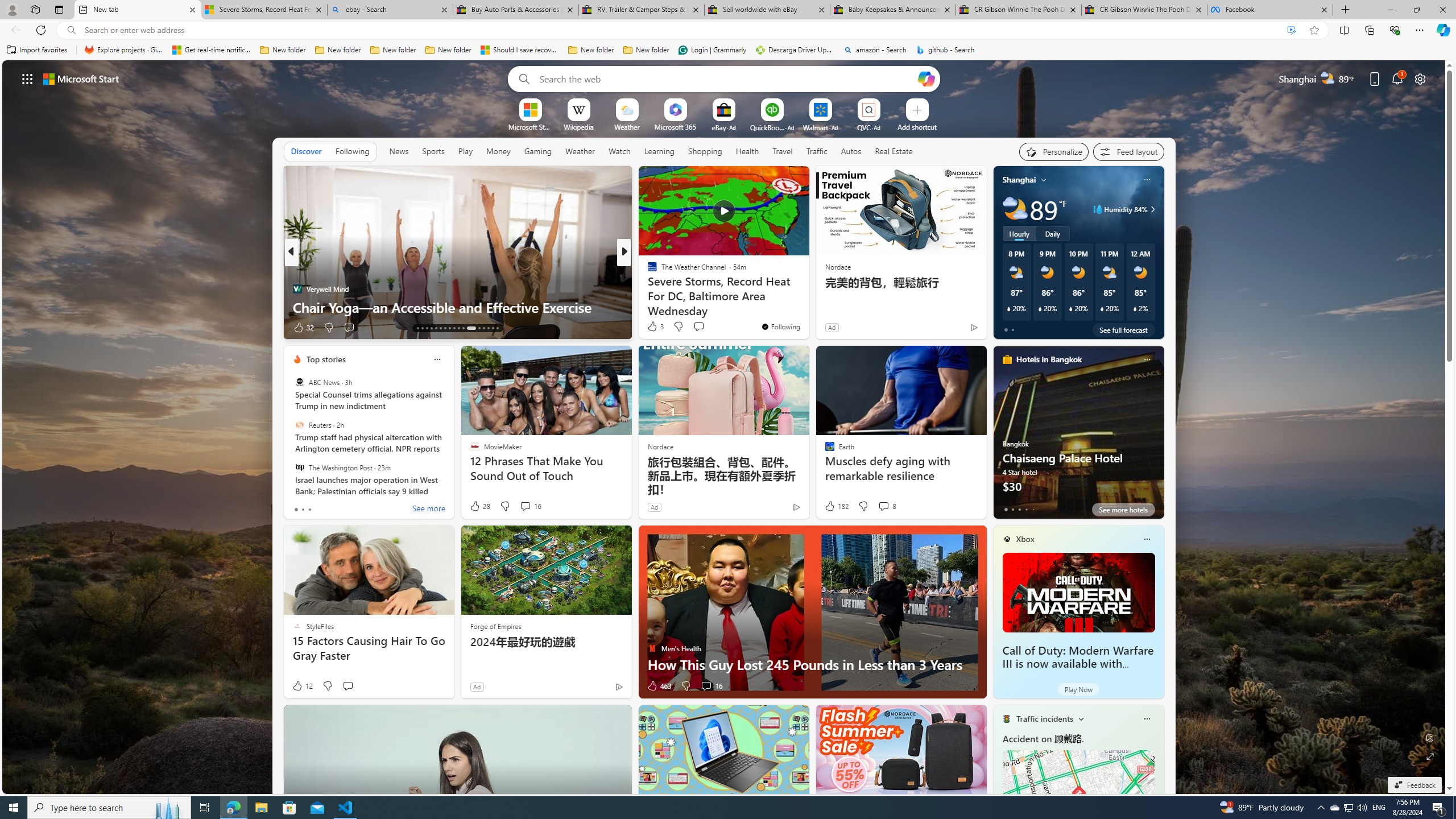  I want to click on 'Class: weather-arrow-glyph', so click(1152, 209).